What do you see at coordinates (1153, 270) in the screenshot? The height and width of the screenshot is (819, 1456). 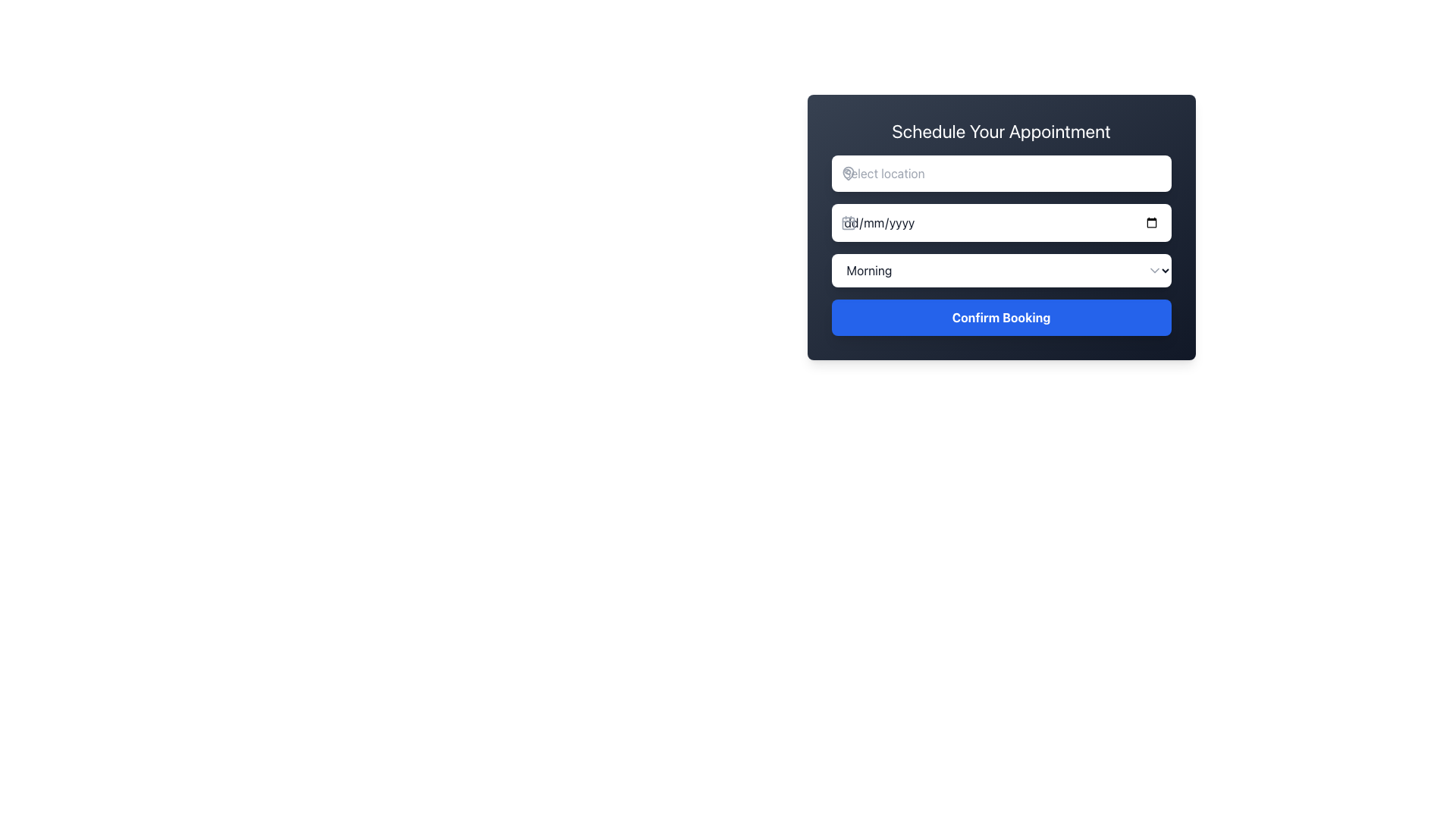 I see `the small gray downward-pointing chevron icon located to the right side of the 'Morning' input box` at bounding box center [1153, 270].